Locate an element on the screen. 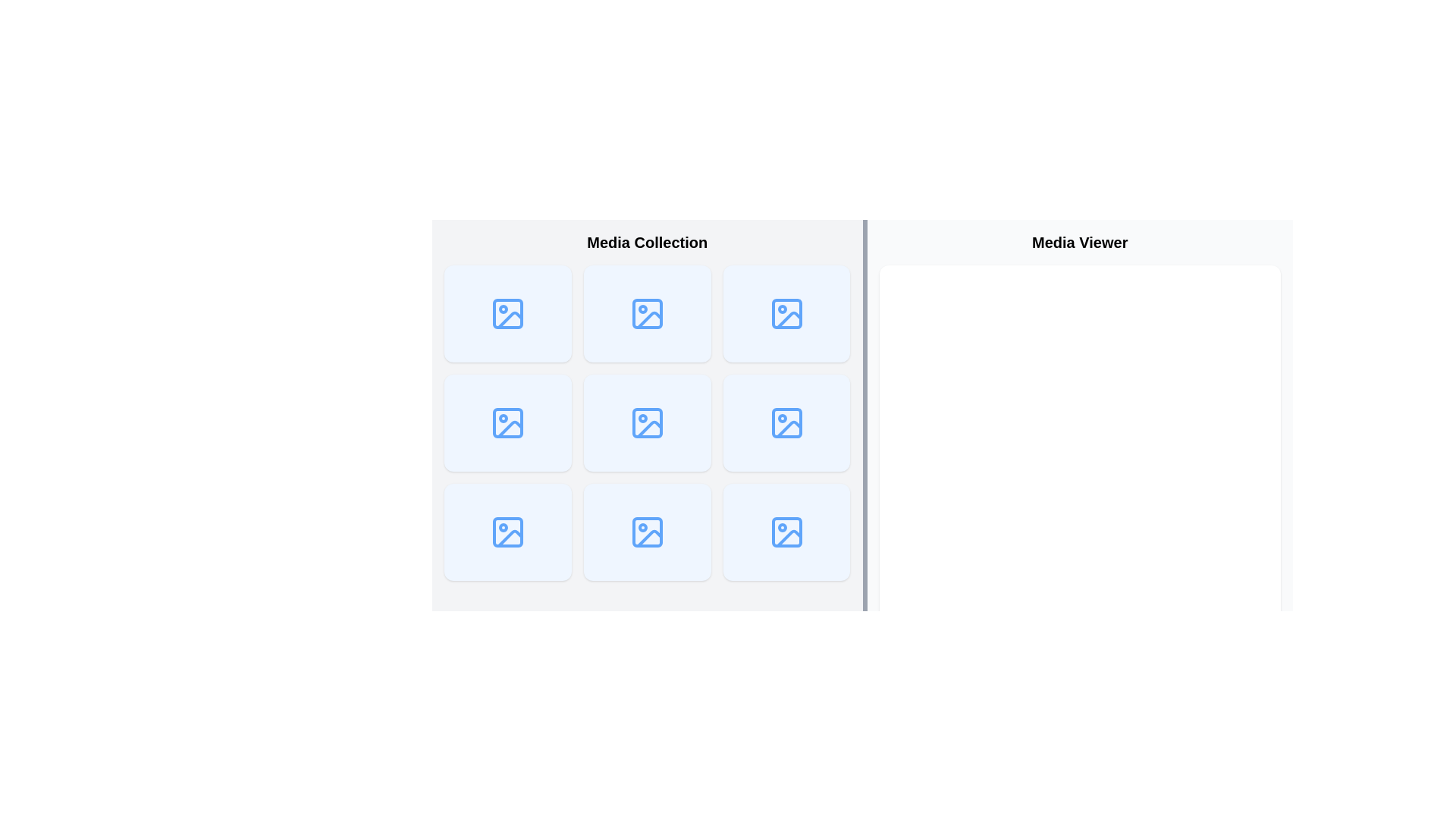 The image size is (1456, 819). the third square icon representing an image in the 'Media Collection' section is located at coordinates (786, 423).